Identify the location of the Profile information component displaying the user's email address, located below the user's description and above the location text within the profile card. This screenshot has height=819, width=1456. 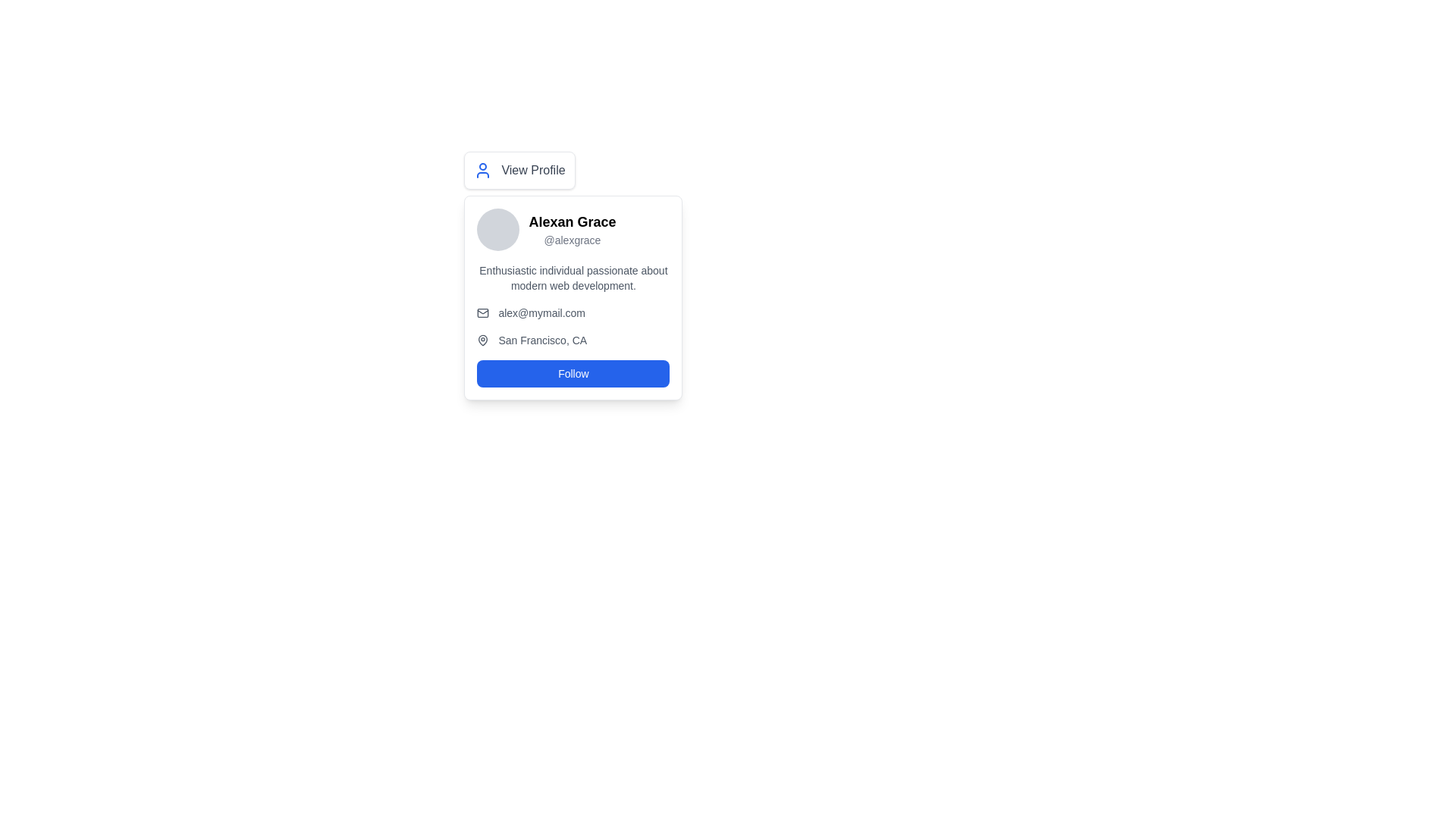
(573, 312).